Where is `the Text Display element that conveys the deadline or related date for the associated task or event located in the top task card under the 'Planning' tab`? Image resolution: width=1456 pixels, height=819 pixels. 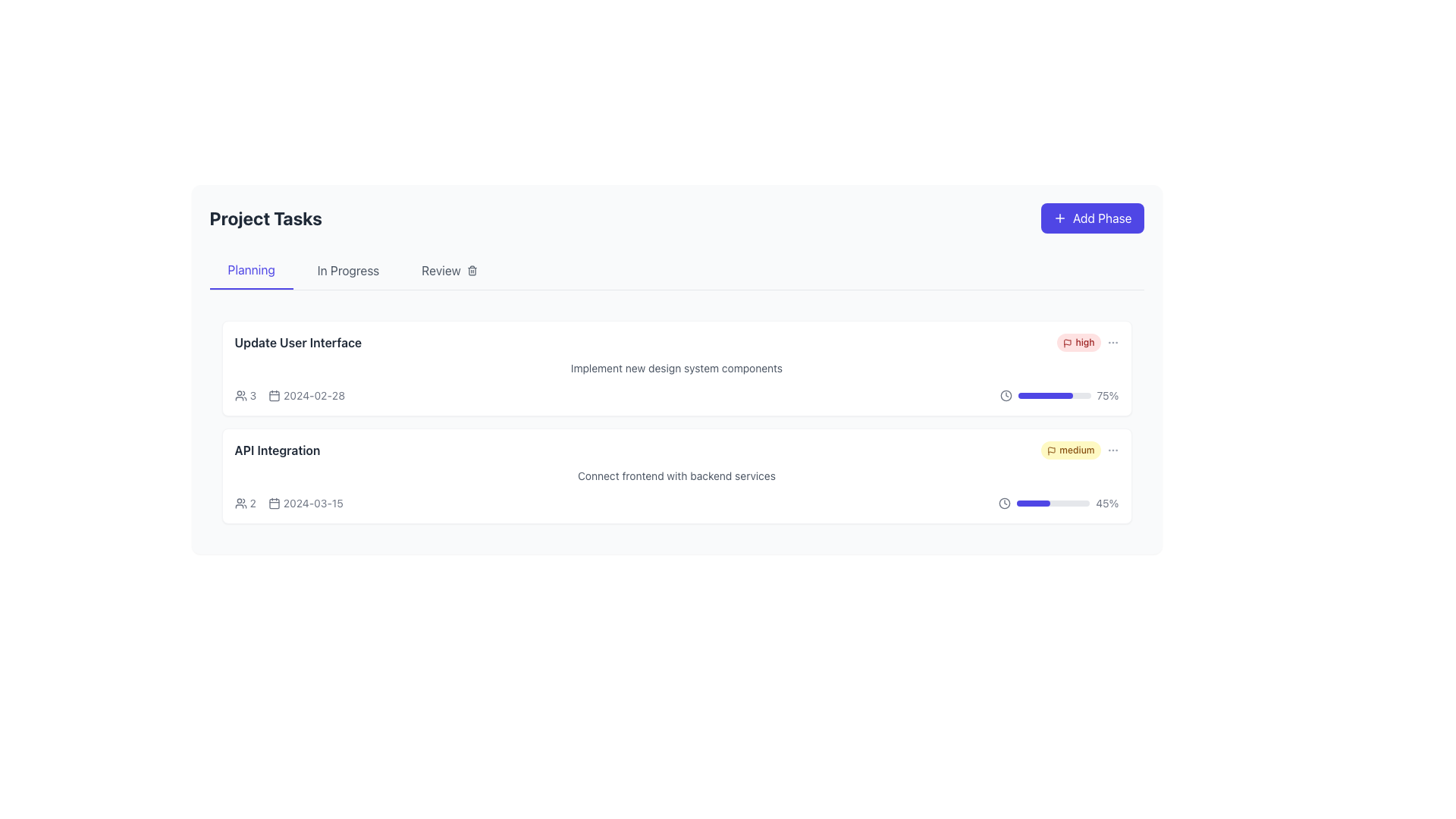
the Text Display element that conveys the deadline or related date for the associated task or event located in the top task card under the 'Planning' tab is located at coordinates (290, 394).